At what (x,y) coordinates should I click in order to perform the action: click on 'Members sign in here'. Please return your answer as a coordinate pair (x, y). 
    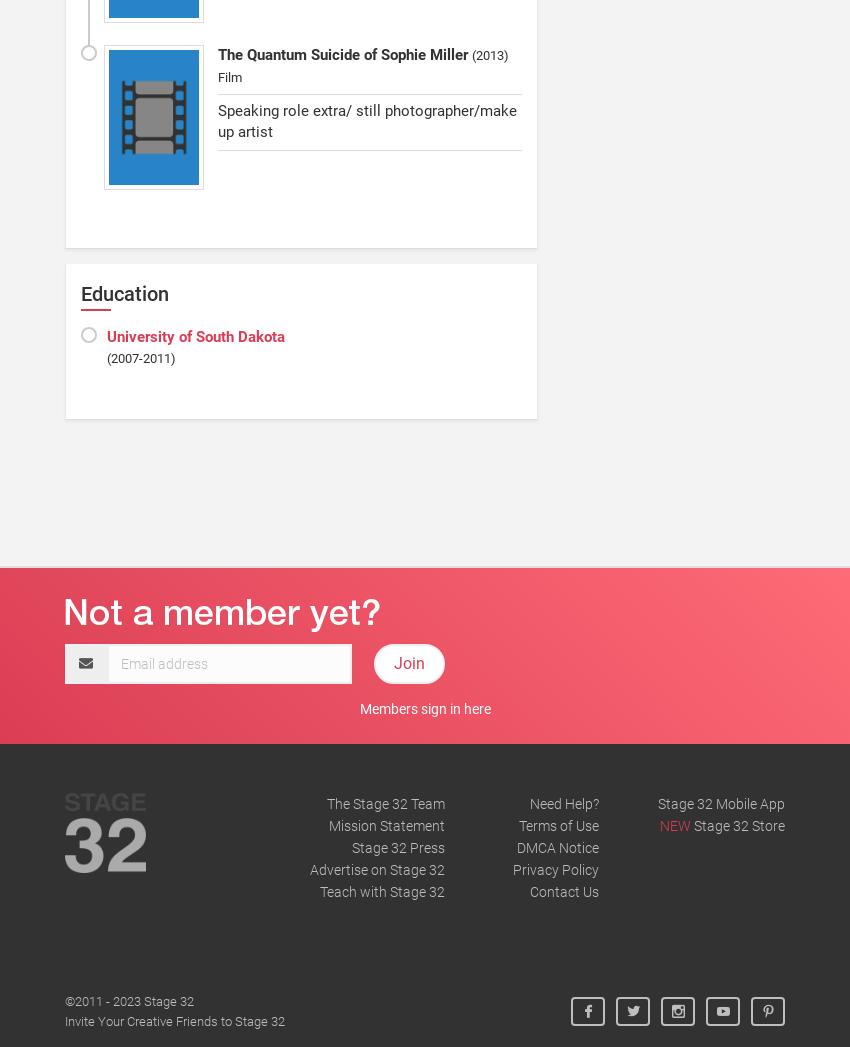
    Looking at the image, I should click on (424, 706).